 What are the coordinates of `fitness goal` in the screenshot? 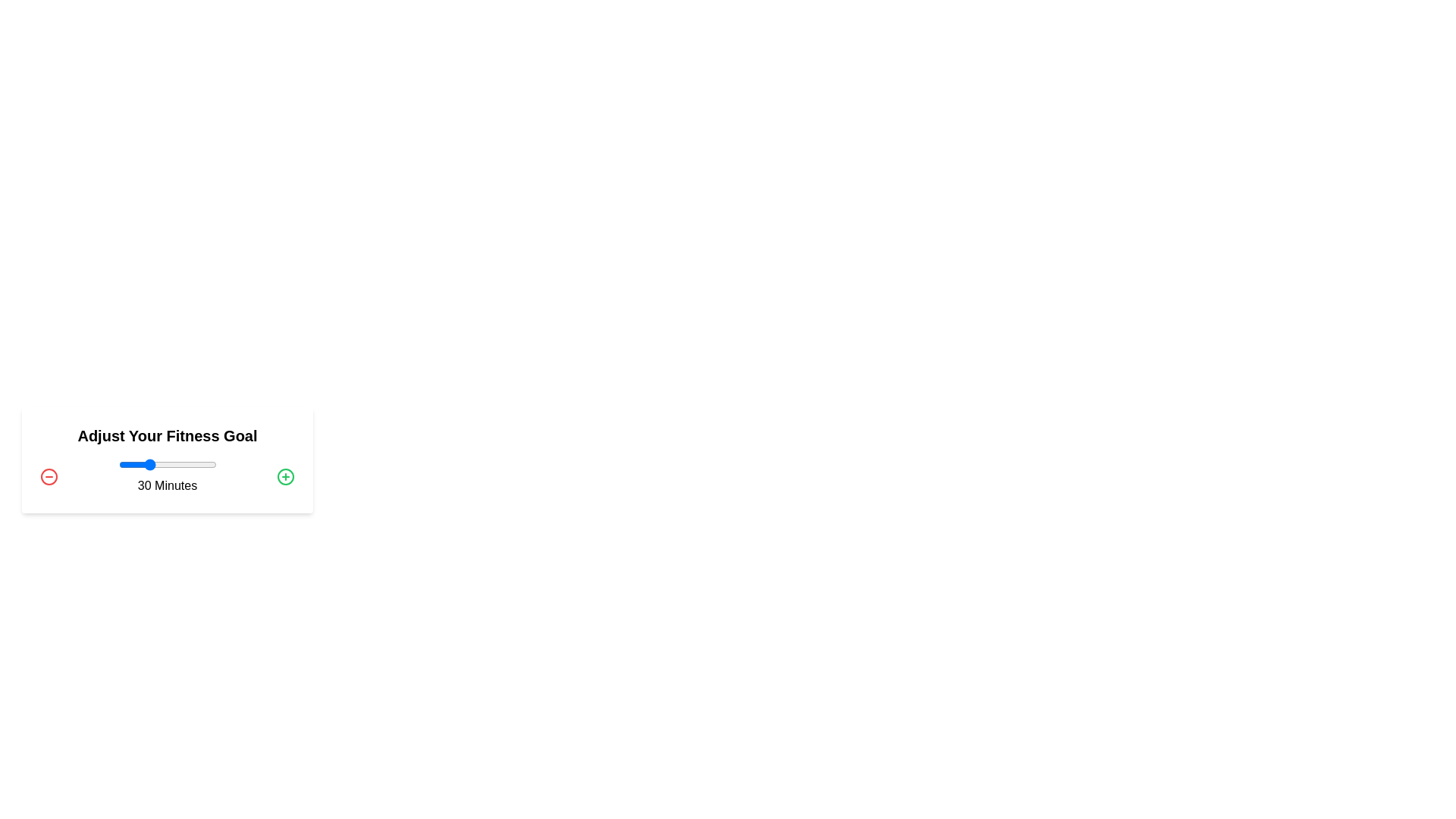 It's located at (143, 464).